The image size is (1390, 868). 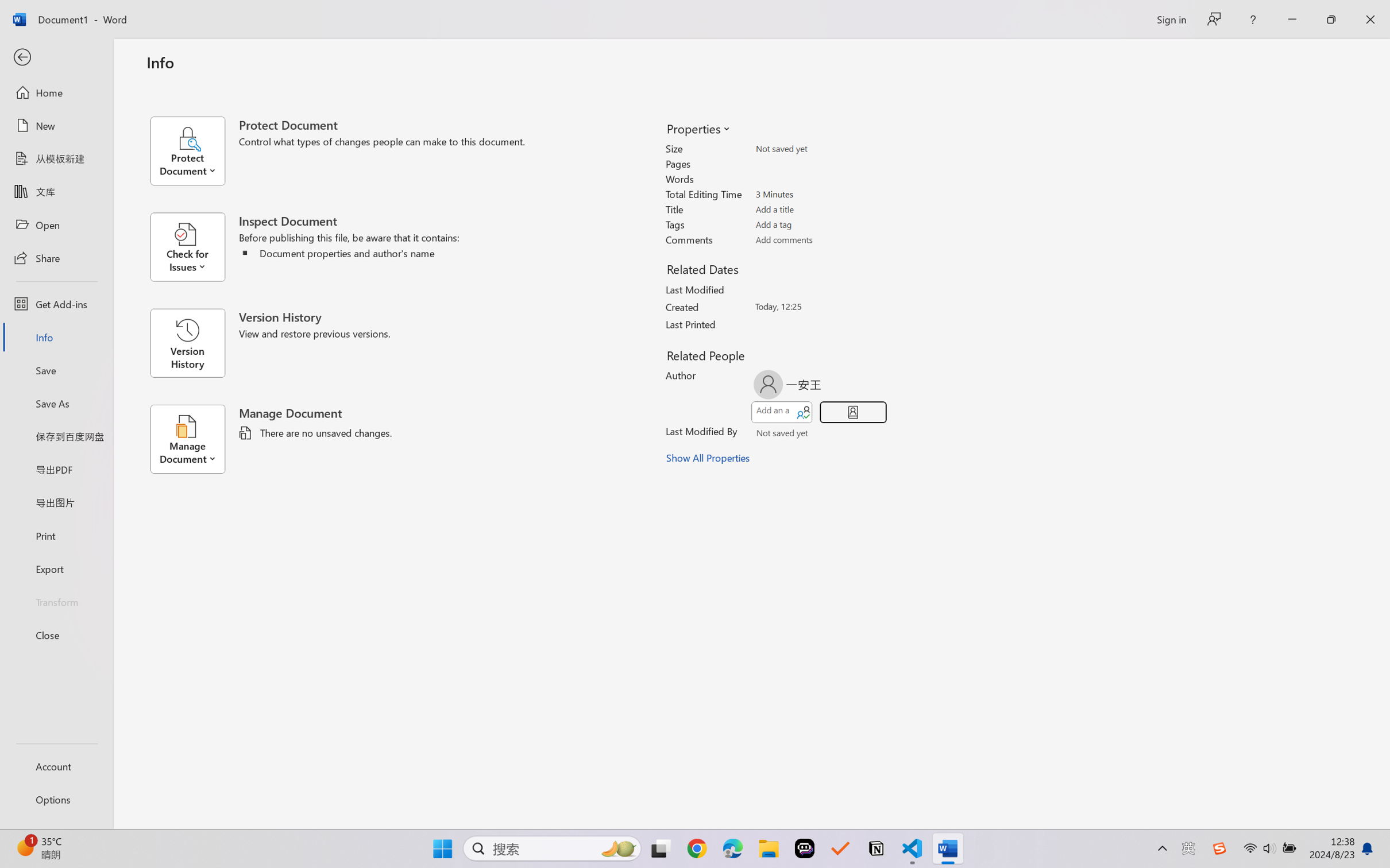 I want to click on 'Tags', so click(x=819, y=224).